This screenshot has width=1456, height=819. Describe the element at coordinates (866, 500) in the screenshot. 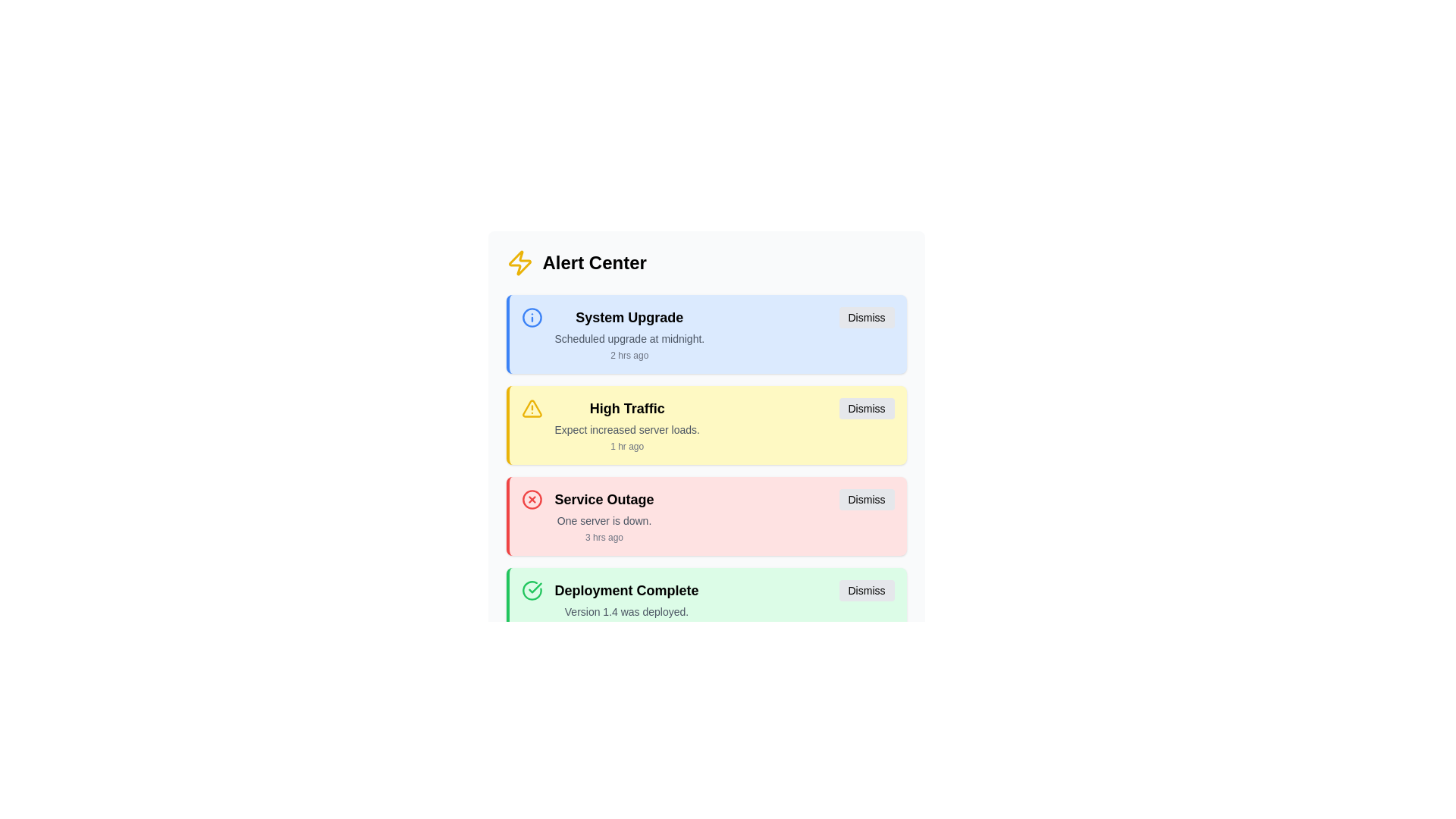

I see `the 'Dismiss' button in the 'Service Outage' alert card` at that location.